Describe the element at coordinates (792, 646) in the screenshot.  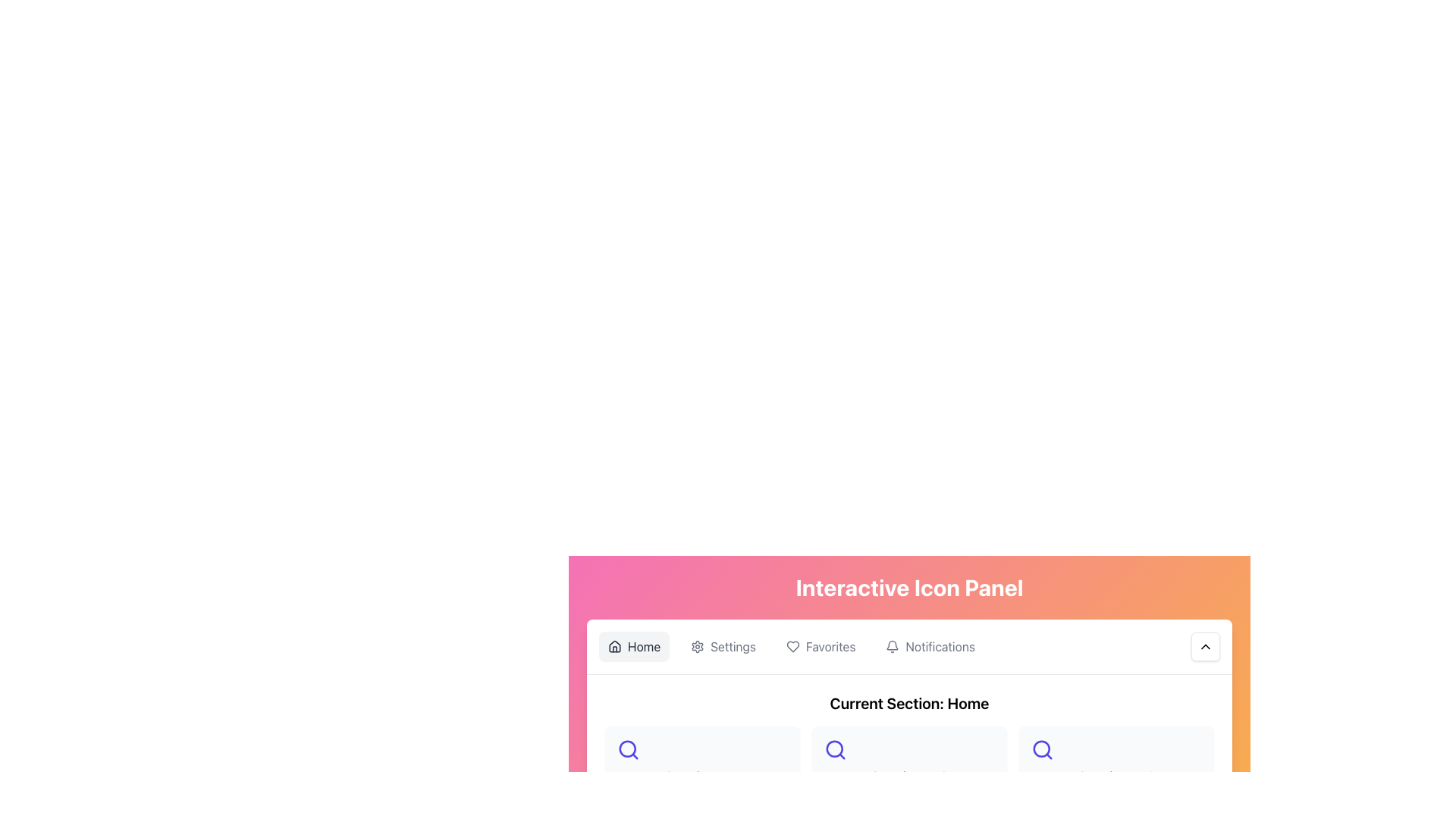
I see `the heart-shaped icon filled with a gradient color in the top navigation bar, located between the 'Settings' and 'Notifications' icons in the 'Favorites' section` at that location.